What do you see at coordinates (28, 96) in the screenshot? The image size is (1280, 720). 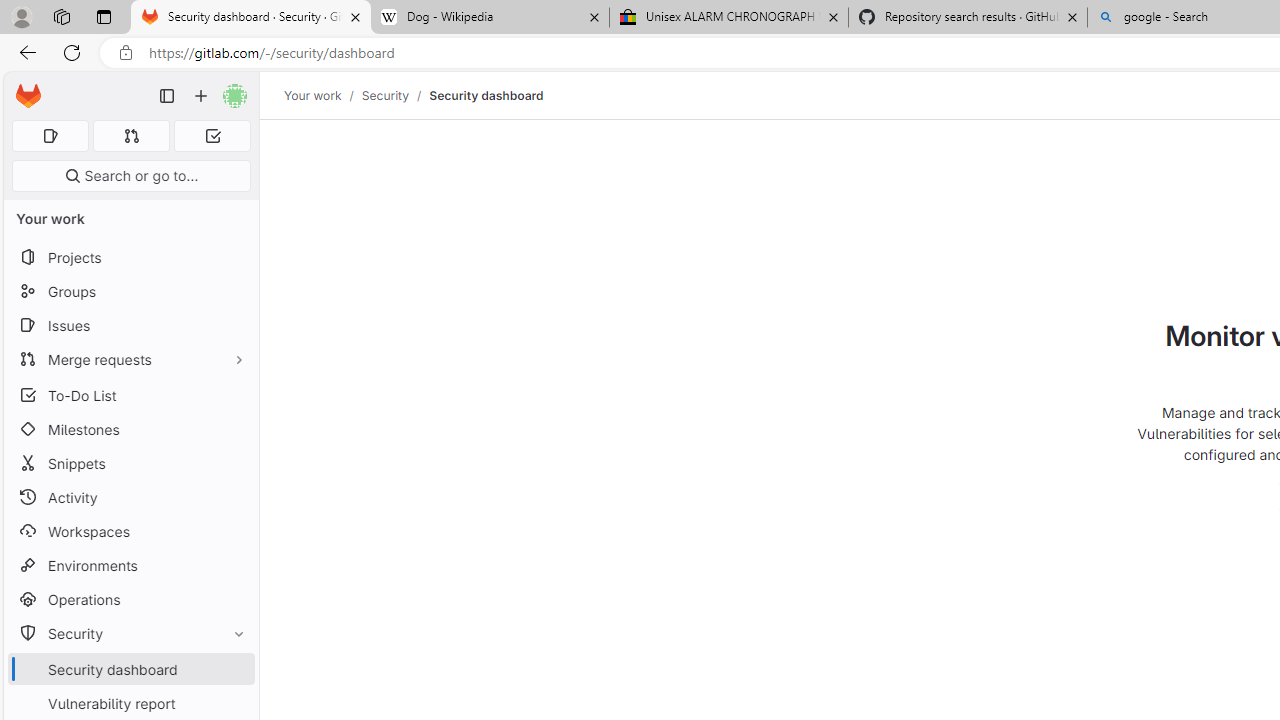 I see `'Homepage'` at bounding box center [28, 96].